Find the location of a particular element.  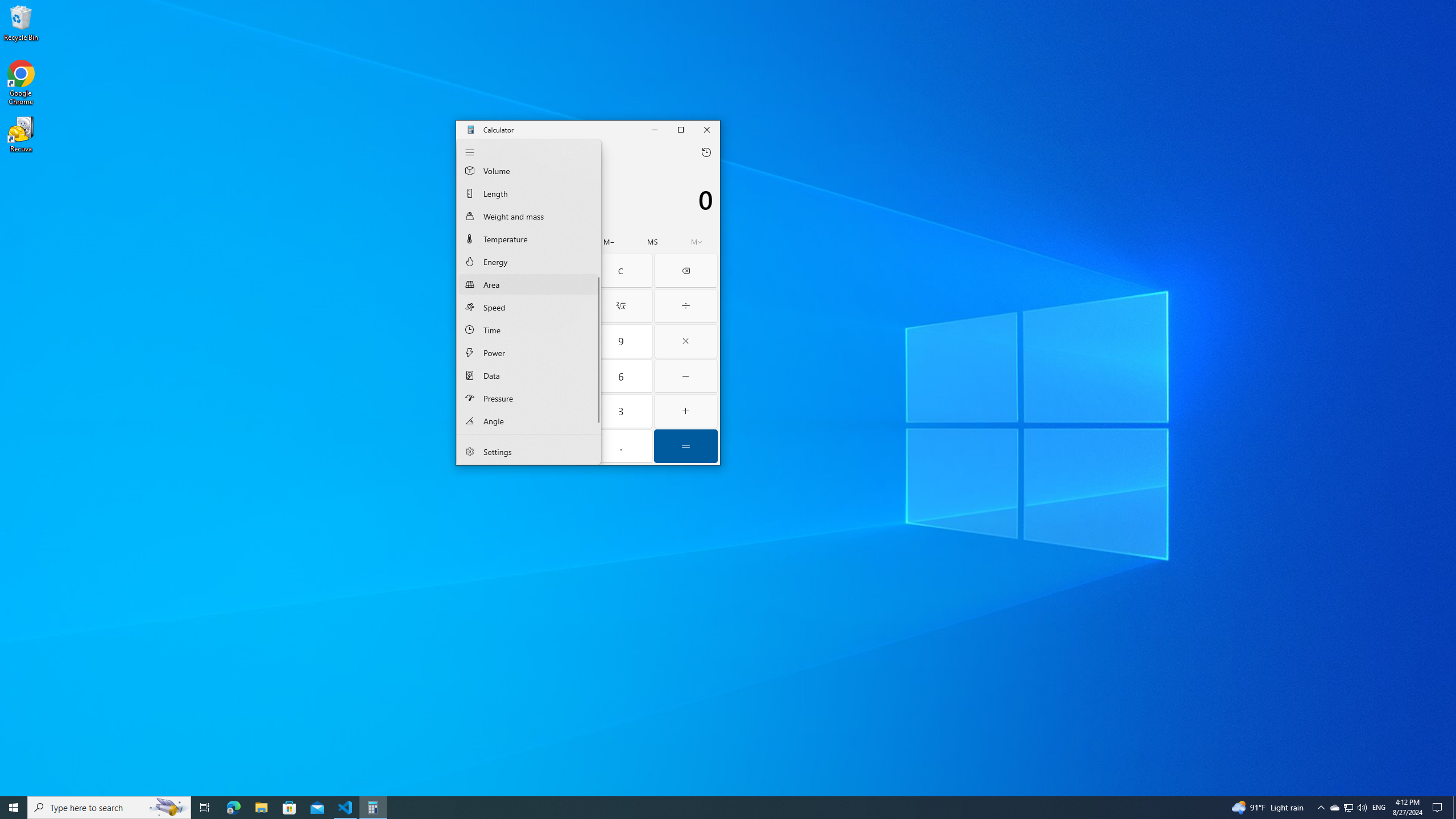

'Nine' is located at coordinates (621, 341).